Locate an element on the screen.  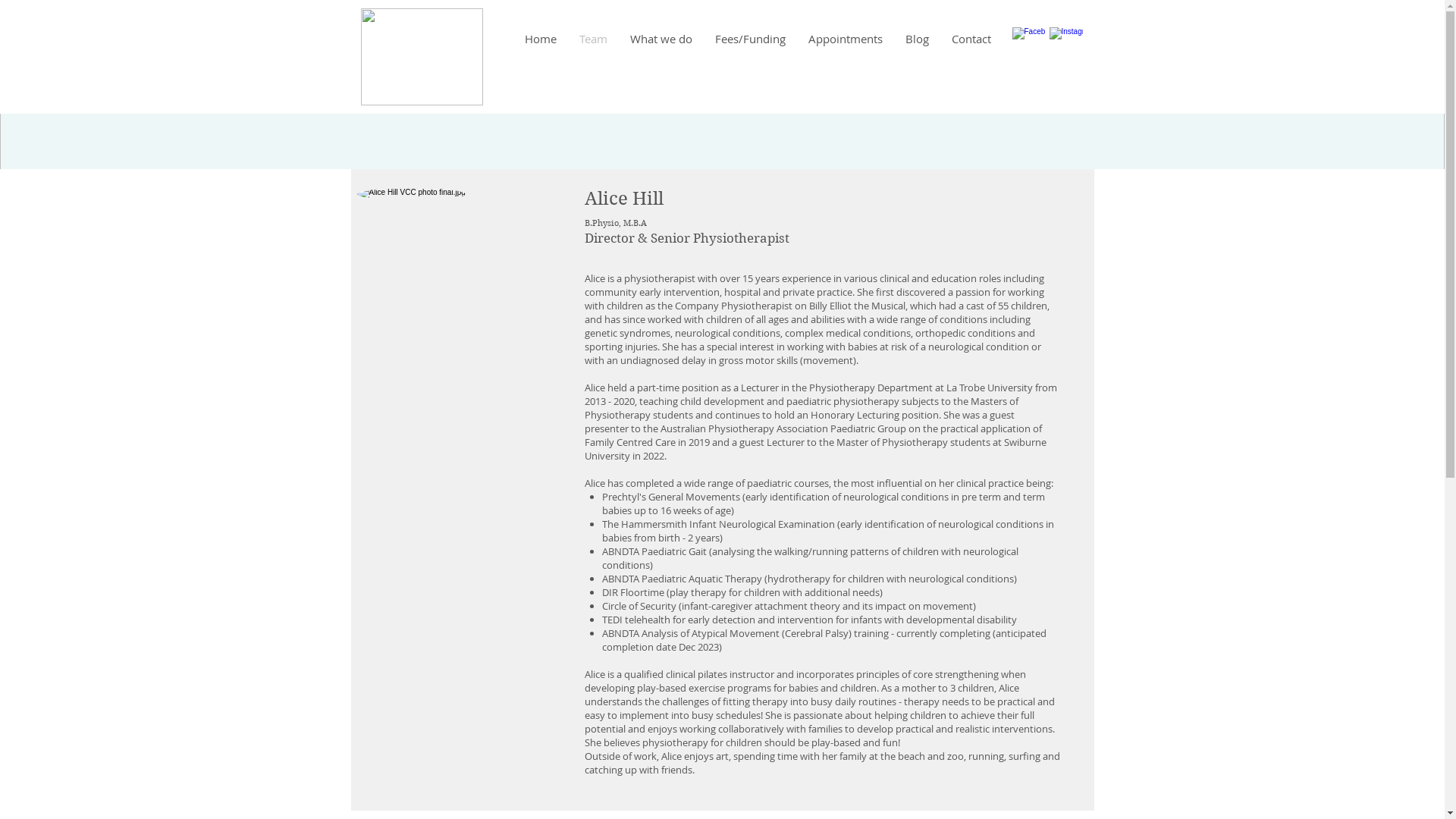
'logo FINAL illustrator.png' is located at coordinates (422, 55).